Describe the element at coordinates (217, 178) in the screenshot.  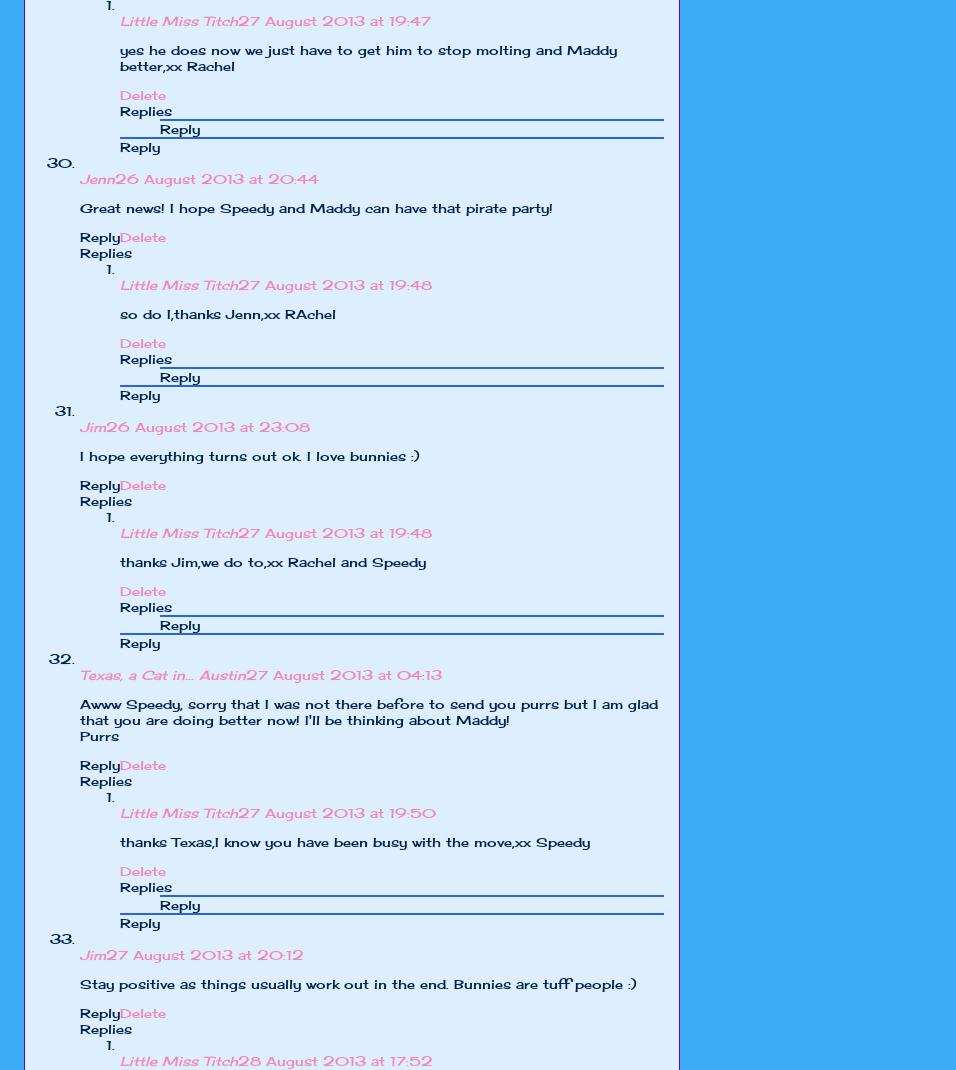
I see `'26 August 2013 at 20:44'` at that location.